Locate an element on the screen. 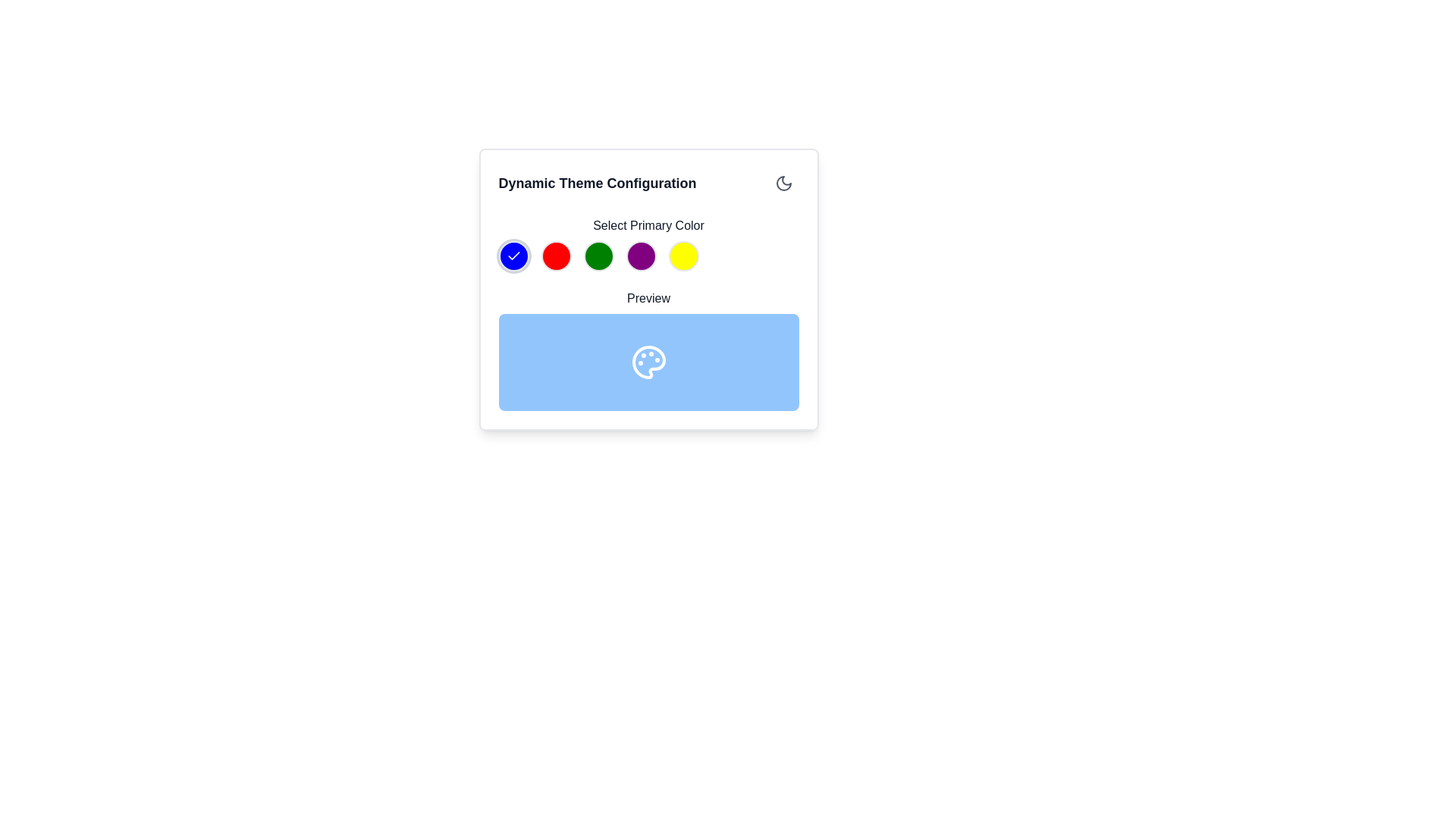 Image resolution: width=1456 pixels, height=819 pixels. the red color selection button positioned second in a row of buttons, located just below the 'Select Primary Color' label is located at coordinates (555, 256).